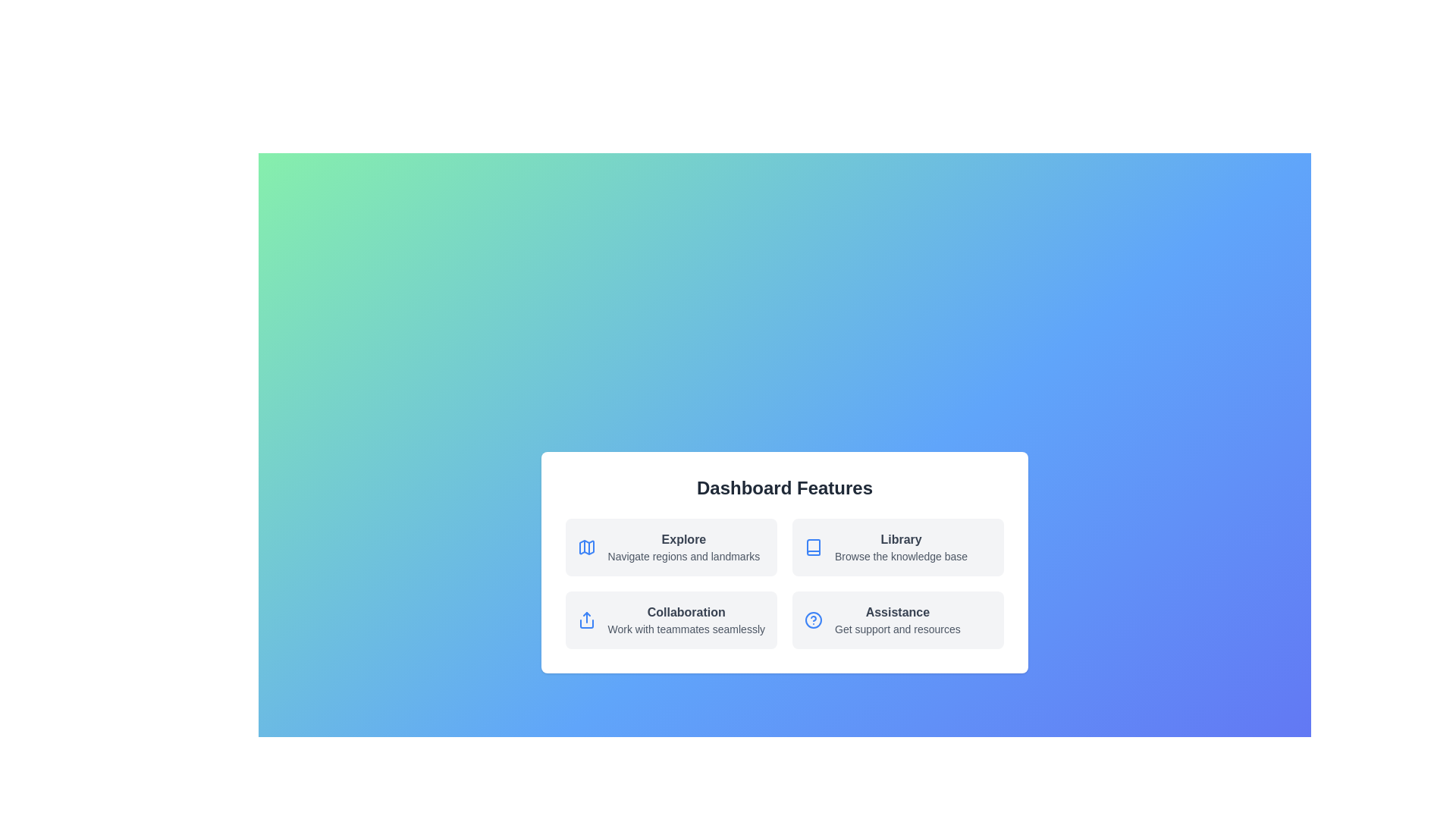  I want to click on the icon for the Library feature, so click(813, 547).